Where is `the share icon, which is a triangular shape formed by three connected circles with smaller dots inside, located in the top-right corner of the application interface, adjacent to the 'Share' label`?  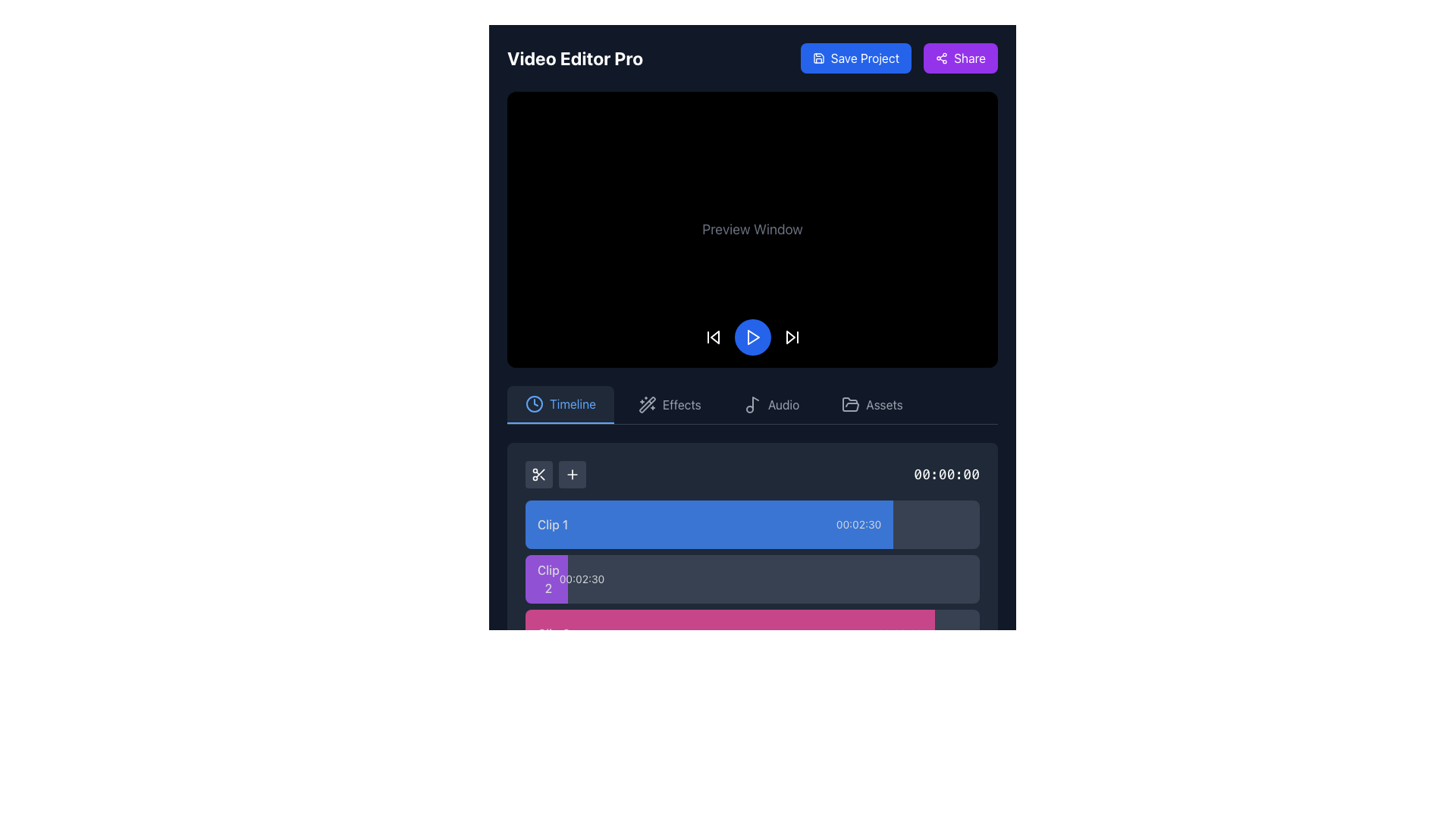
the share icon, which is a triangular shape formed by three connected circles with smaller dots inside, located in the top-right corner of the application interface, adjacent to the 'Share' label is located at coordinates (941, 58).